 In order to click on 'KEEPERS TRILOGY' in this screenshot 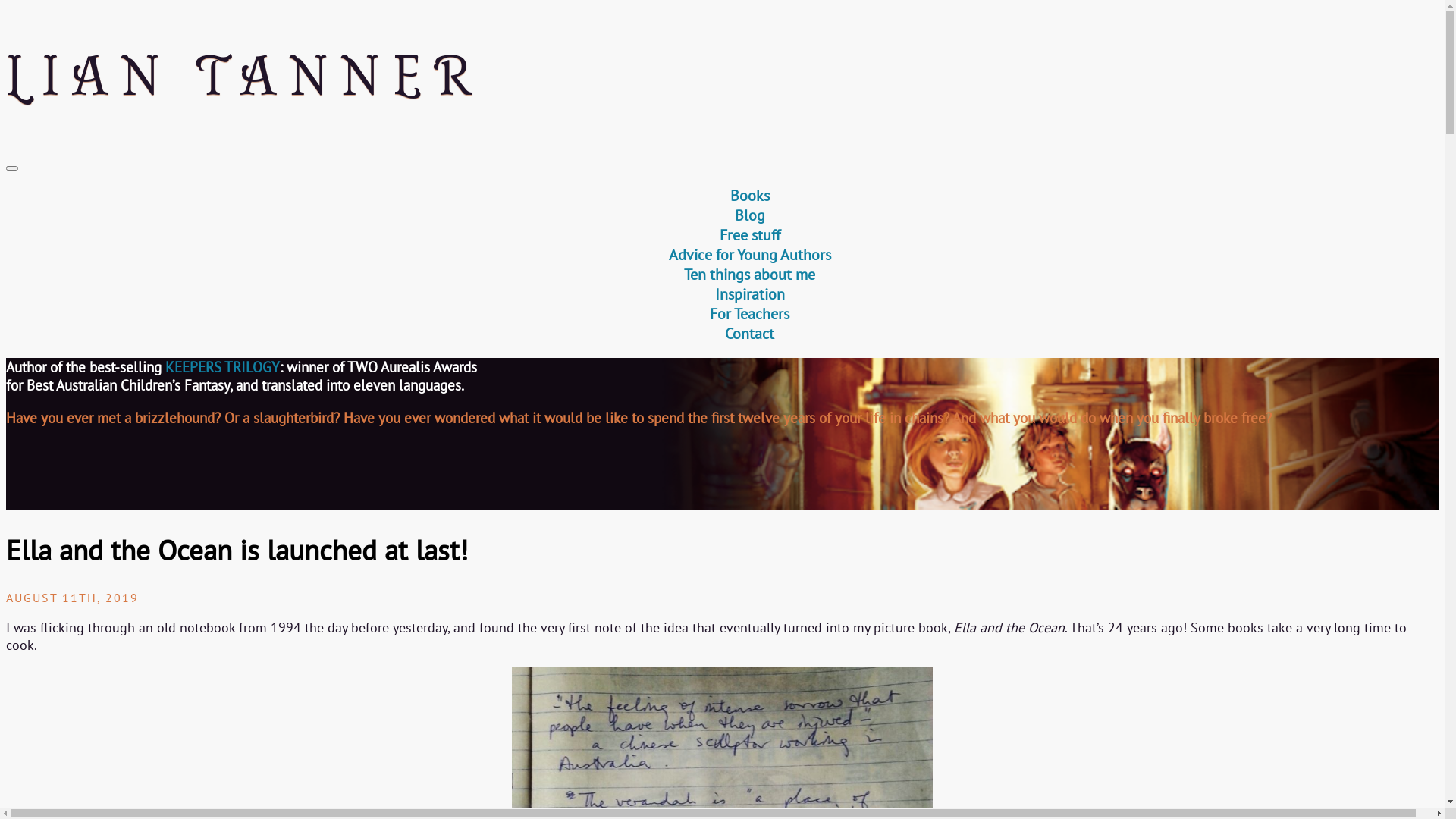, I will do `click(221, 366)`.